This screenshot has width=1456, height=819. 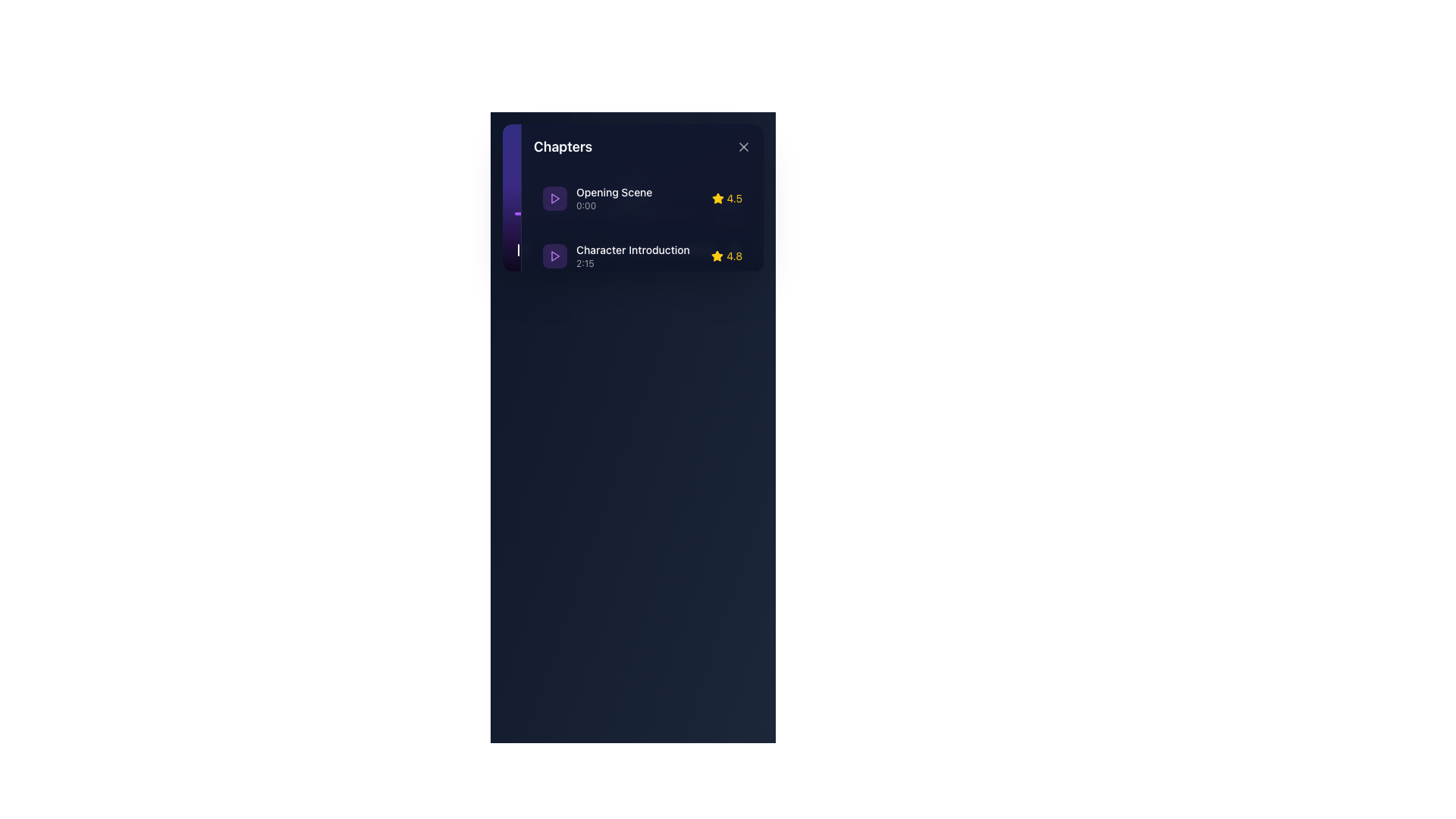 I want to click on the time value text element located at the bottom-left of the chapter details pane, beneath 'Opening Scene', so click(x=614, y=206).